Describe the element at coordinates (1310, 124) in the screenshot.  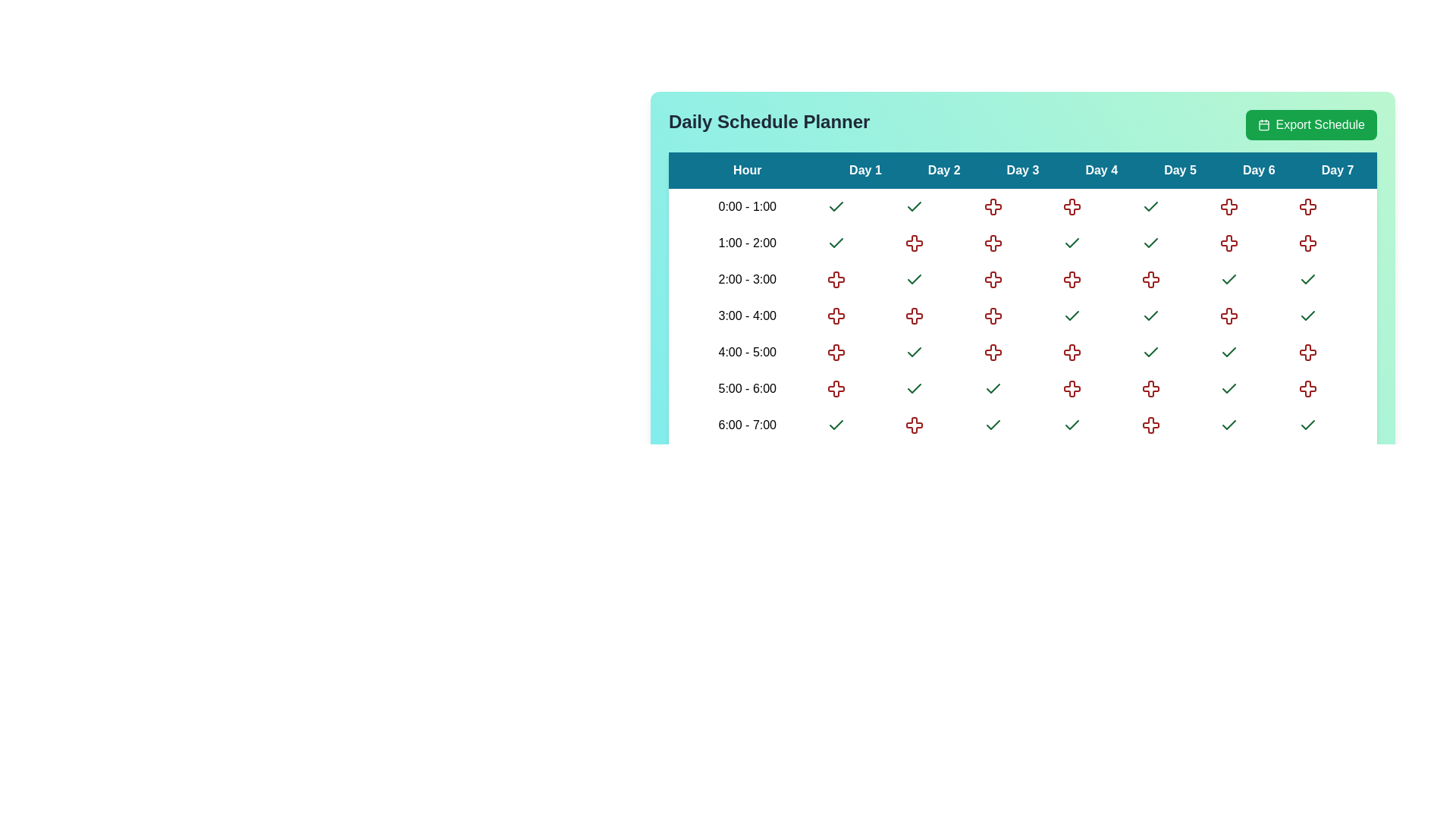
I see `'Export Schedule' button` at that location.